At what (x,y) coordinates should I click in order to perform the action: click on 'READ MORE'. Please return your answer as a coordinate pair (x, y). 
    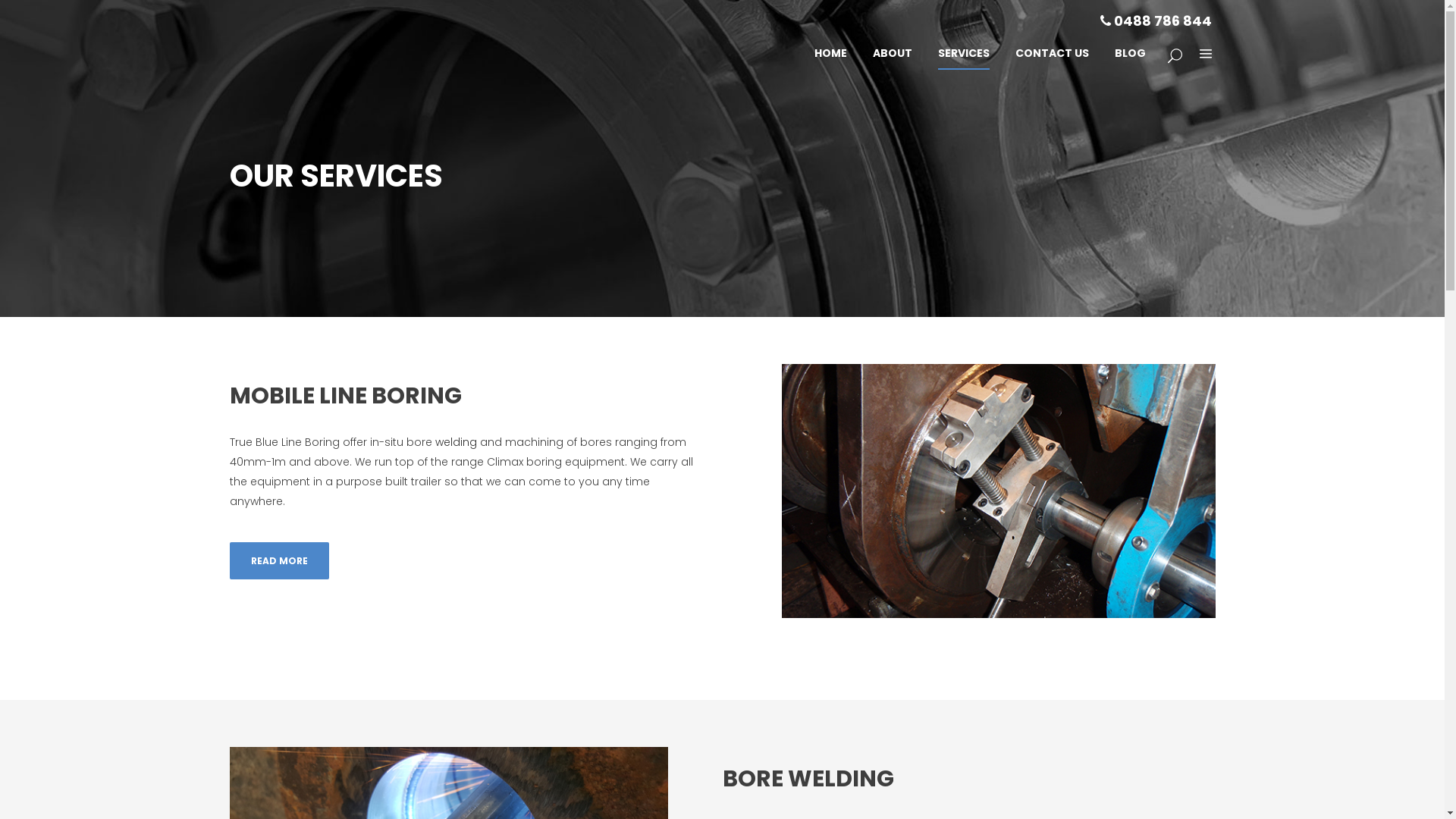
    Looking at the image, I should click on (278, 560).